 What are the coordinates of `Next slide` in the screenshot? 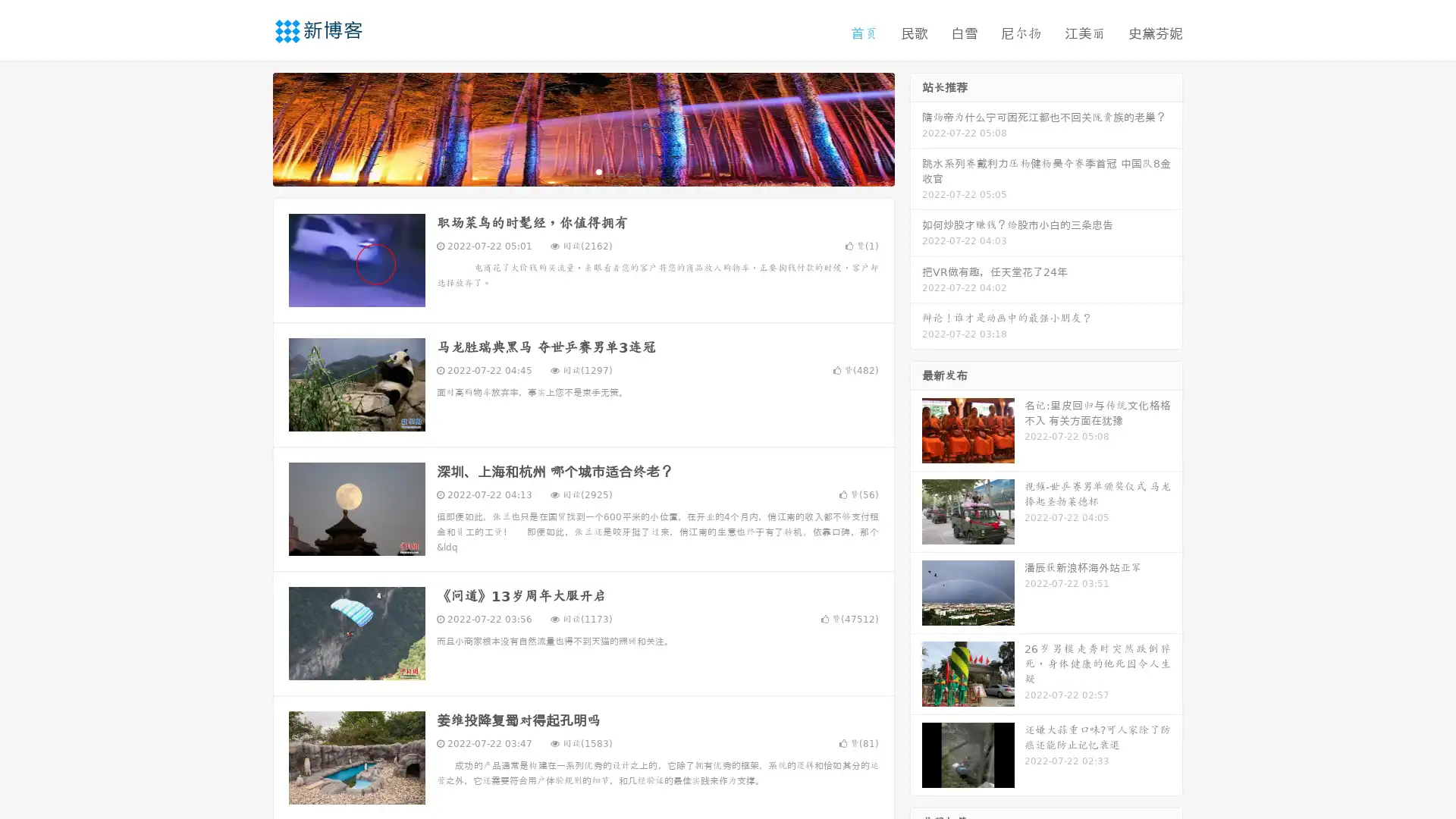 It's located at (916, 127).